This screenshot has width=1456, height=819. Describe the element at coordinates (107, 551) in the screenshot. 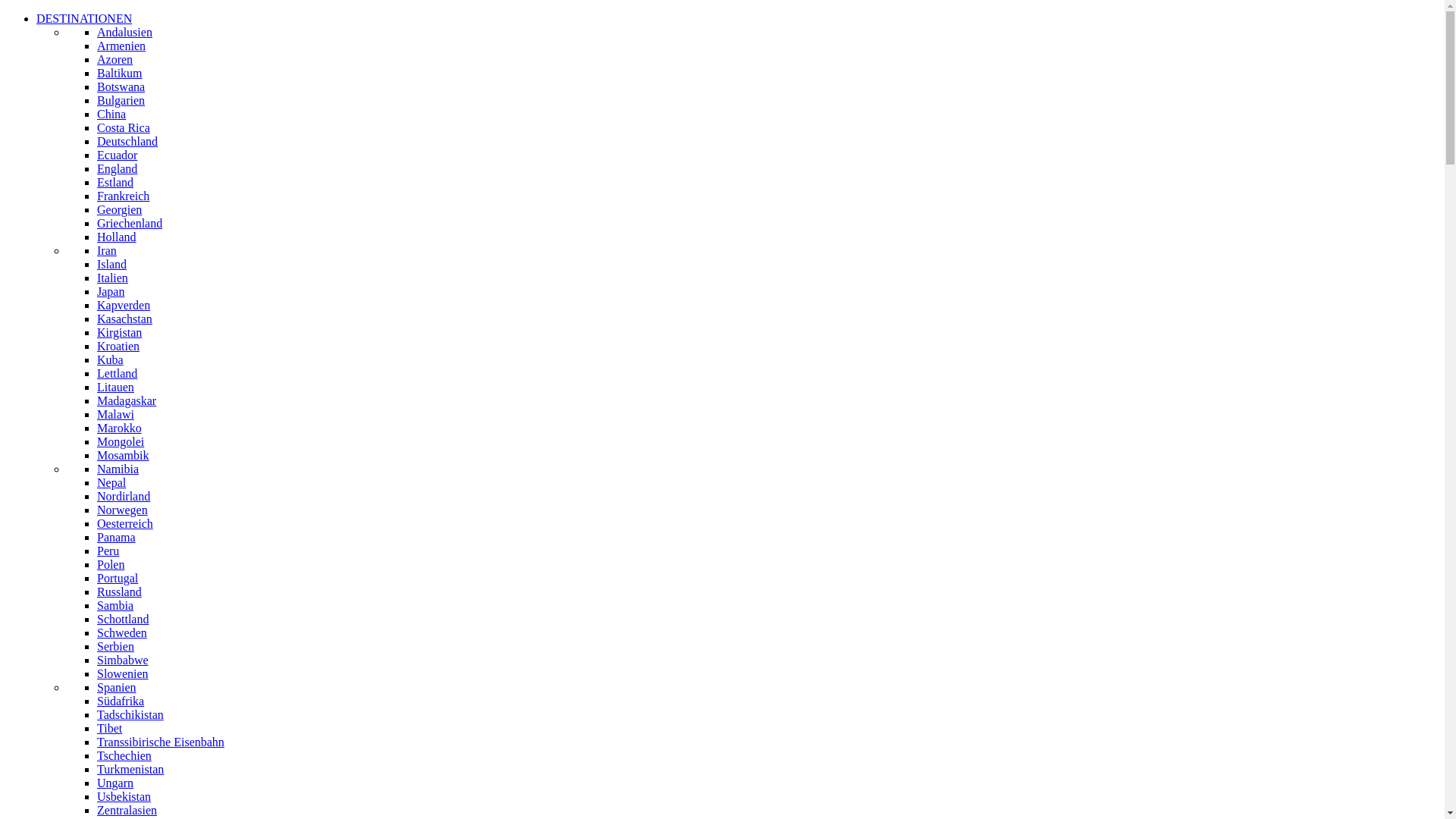

I see `'Peru'` at that location.